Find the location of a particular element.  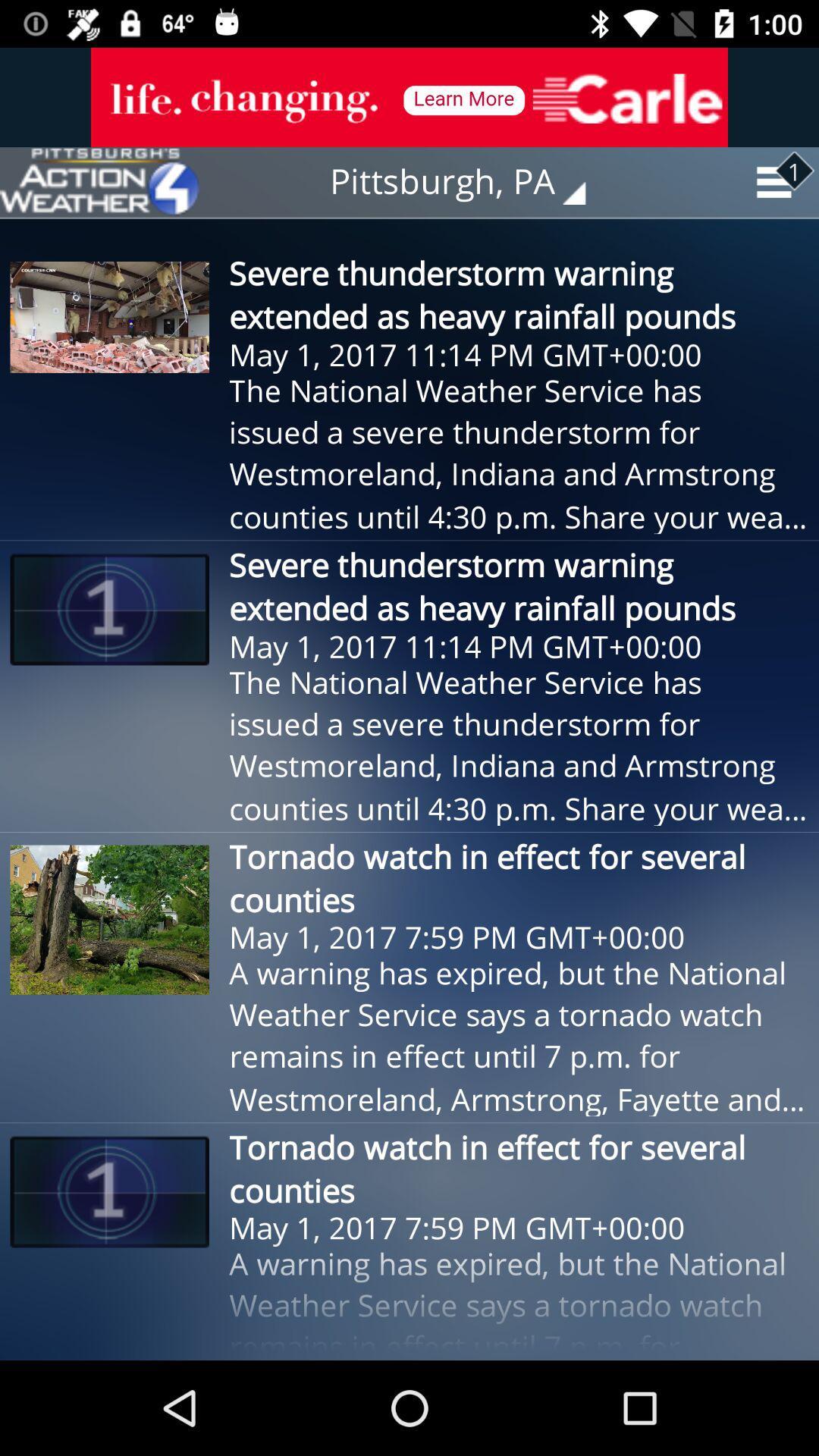

medical advertisement is located at coordinates (409, 96).